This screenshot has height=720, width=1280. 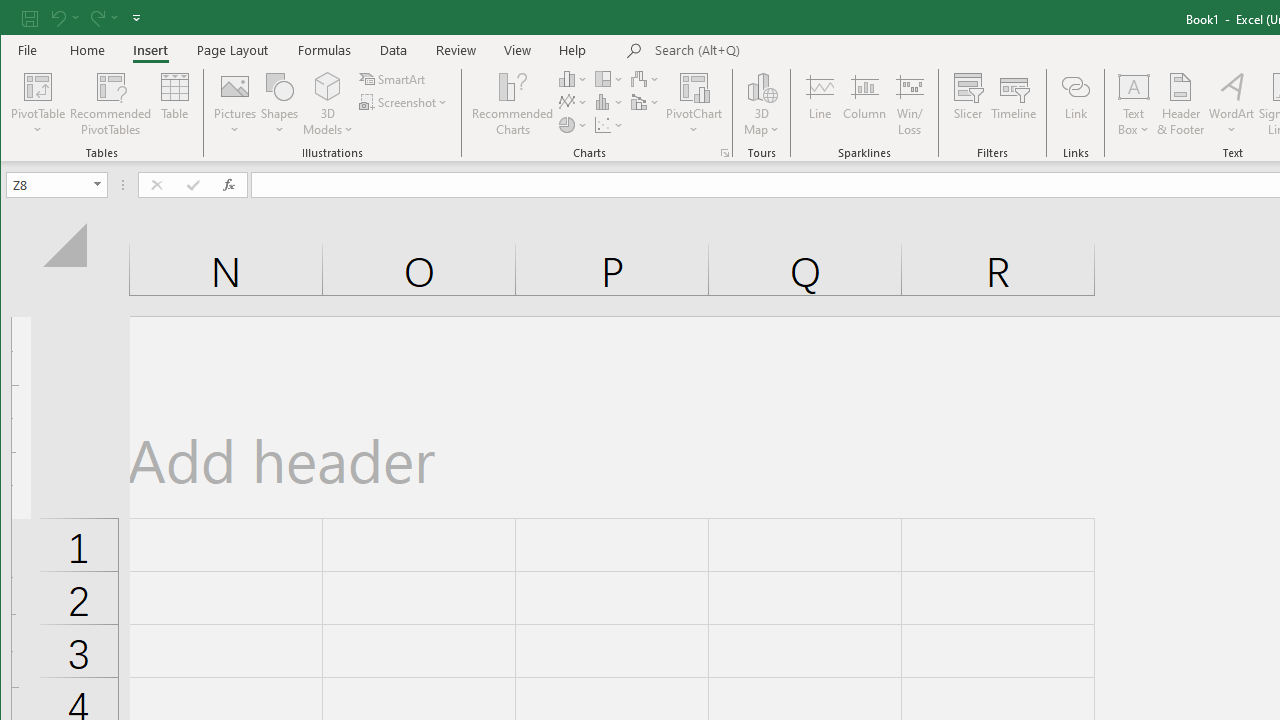 What do you see at coordinates (232, 49) in the screenshot?
I see `'Page Layout'` at bounding box center [232, 49].